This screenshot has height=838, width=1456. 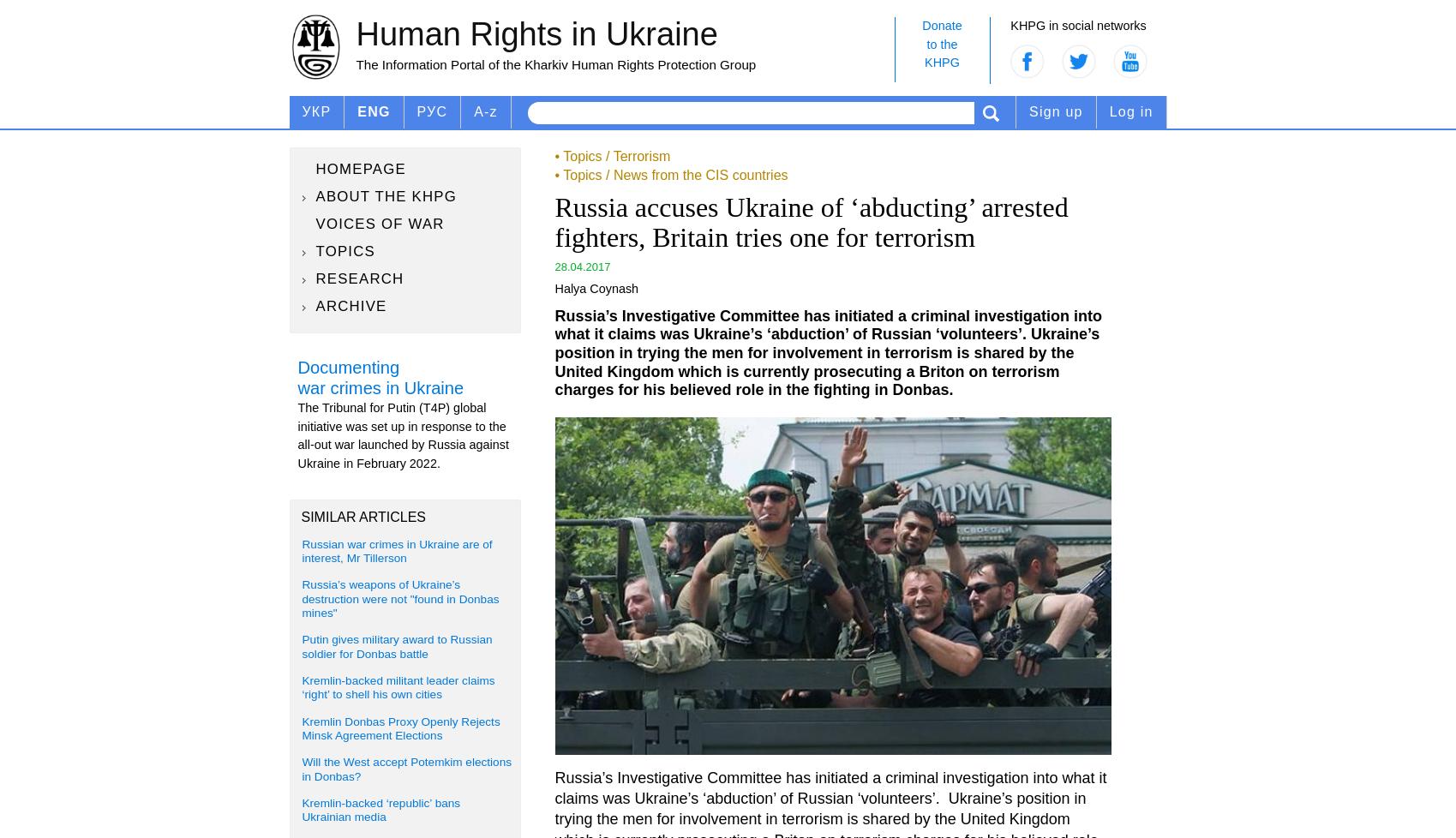 What do you see at coordinates (926, 43) in the screenshot?
I see `'to the'` at bounding box center [926, 43].